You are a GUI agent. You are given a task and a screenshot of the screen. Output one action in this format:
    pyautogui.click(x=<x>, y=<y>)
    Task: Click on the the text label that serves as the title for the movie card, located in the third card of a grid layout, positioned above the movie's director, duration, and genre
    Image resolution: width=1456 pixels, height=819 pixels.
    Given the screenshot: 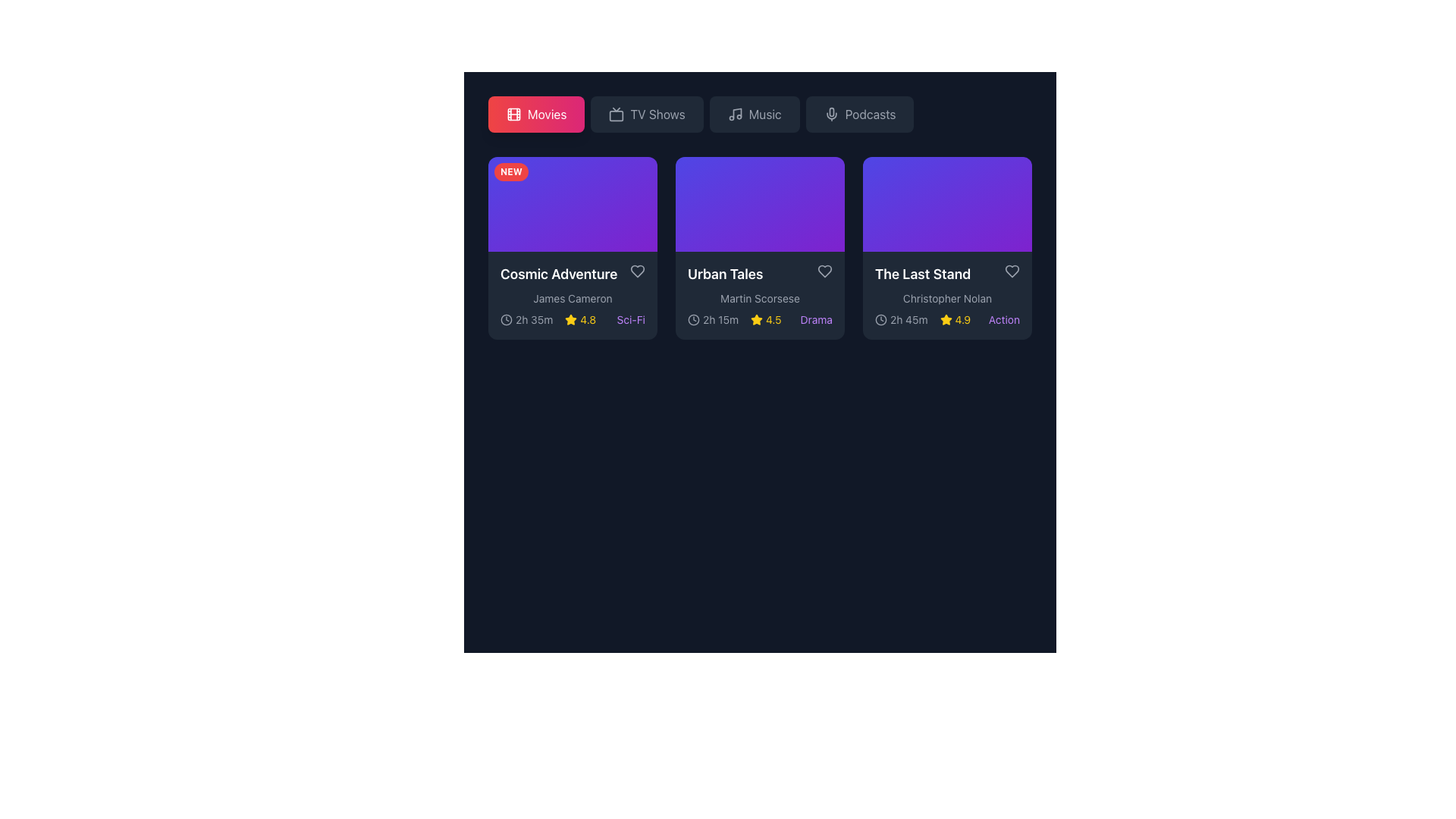 What is the action you would take?
    pyautogui.click(x=922, y=275)
    